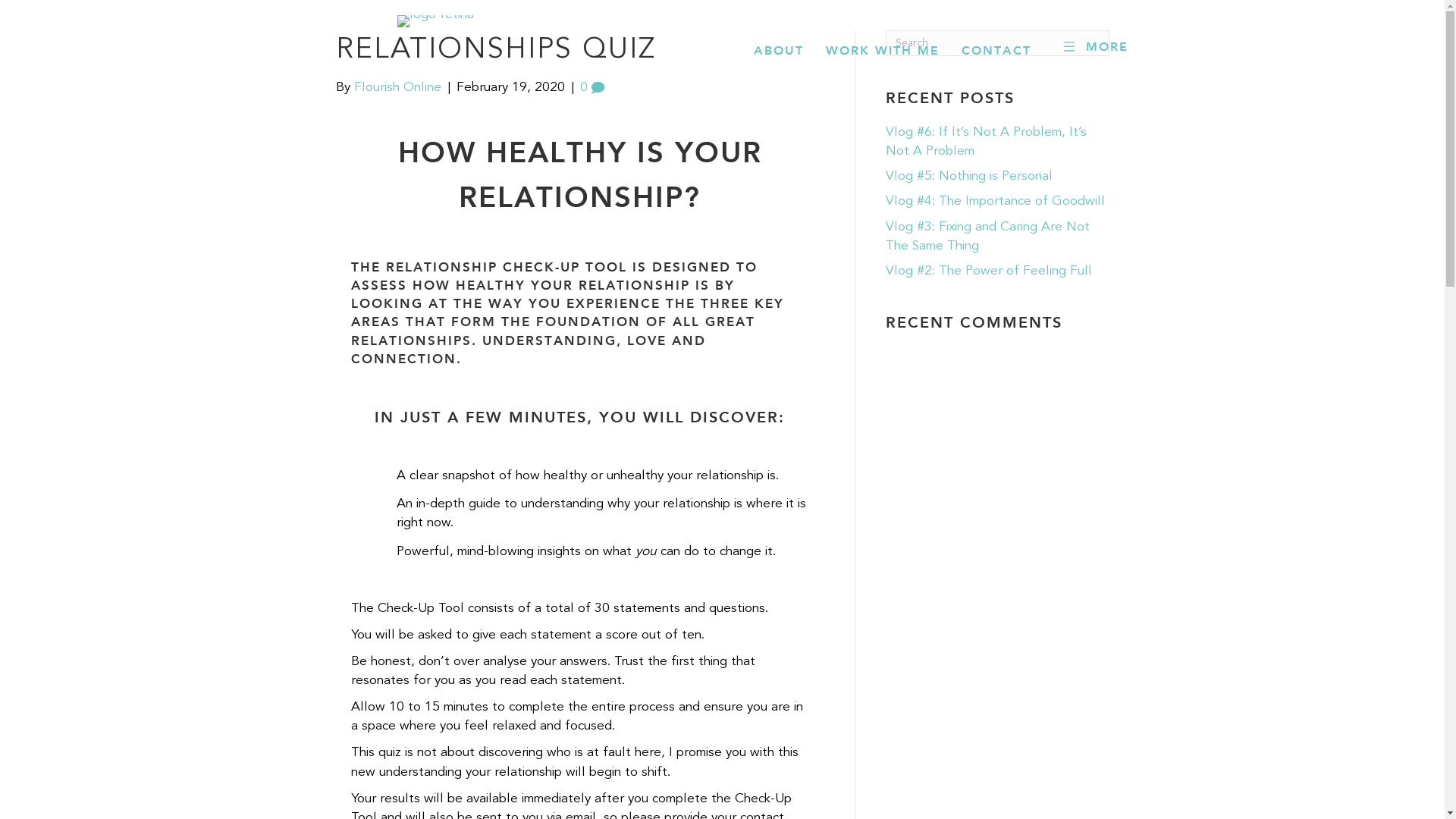  I want to click on 'ABOUT', so click(742, 49).